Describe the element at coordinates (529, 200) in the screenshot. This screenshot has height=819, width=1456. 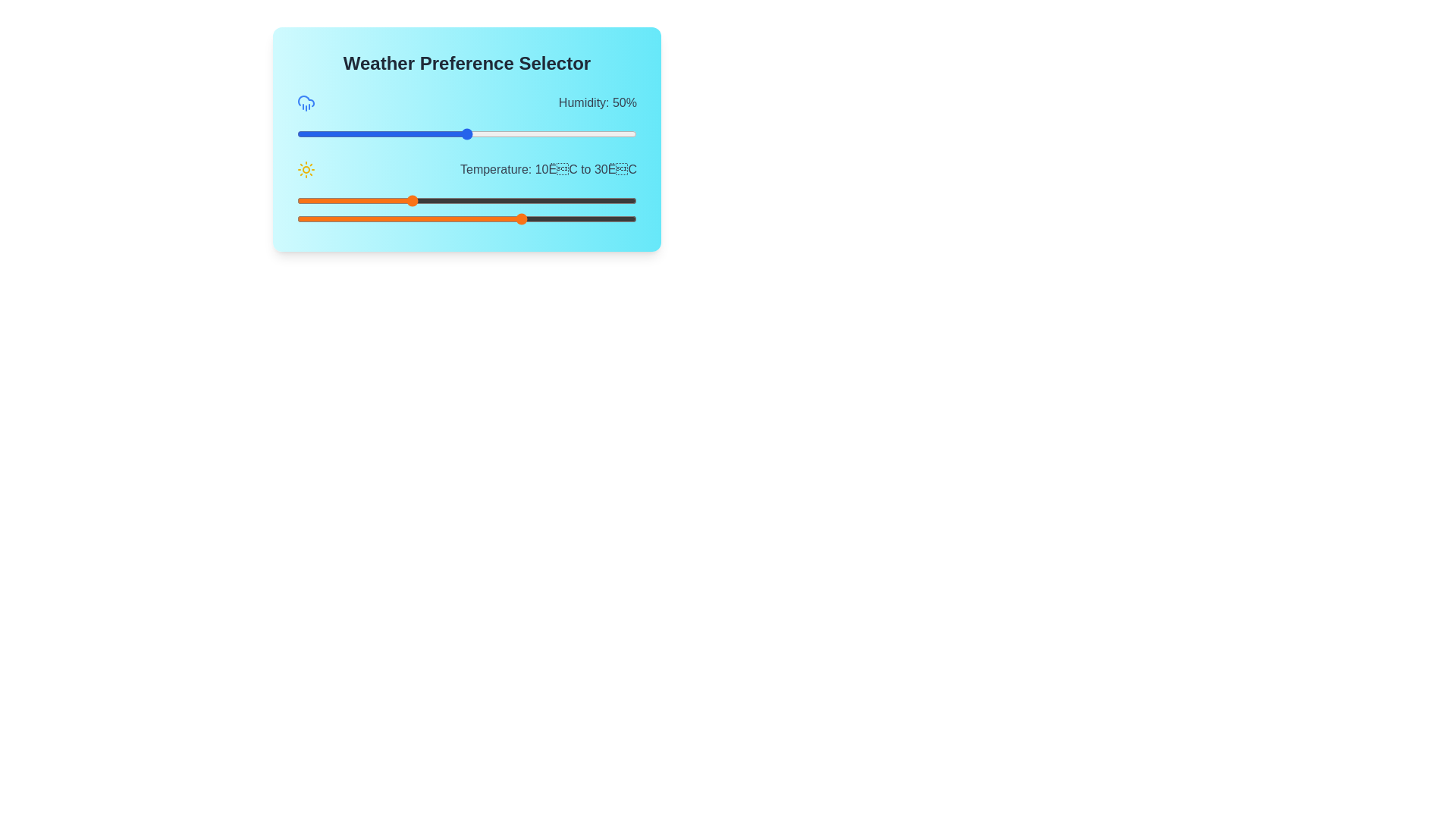
I see `the minimum temperature preference to 31°C using the first orange slider` at that location.